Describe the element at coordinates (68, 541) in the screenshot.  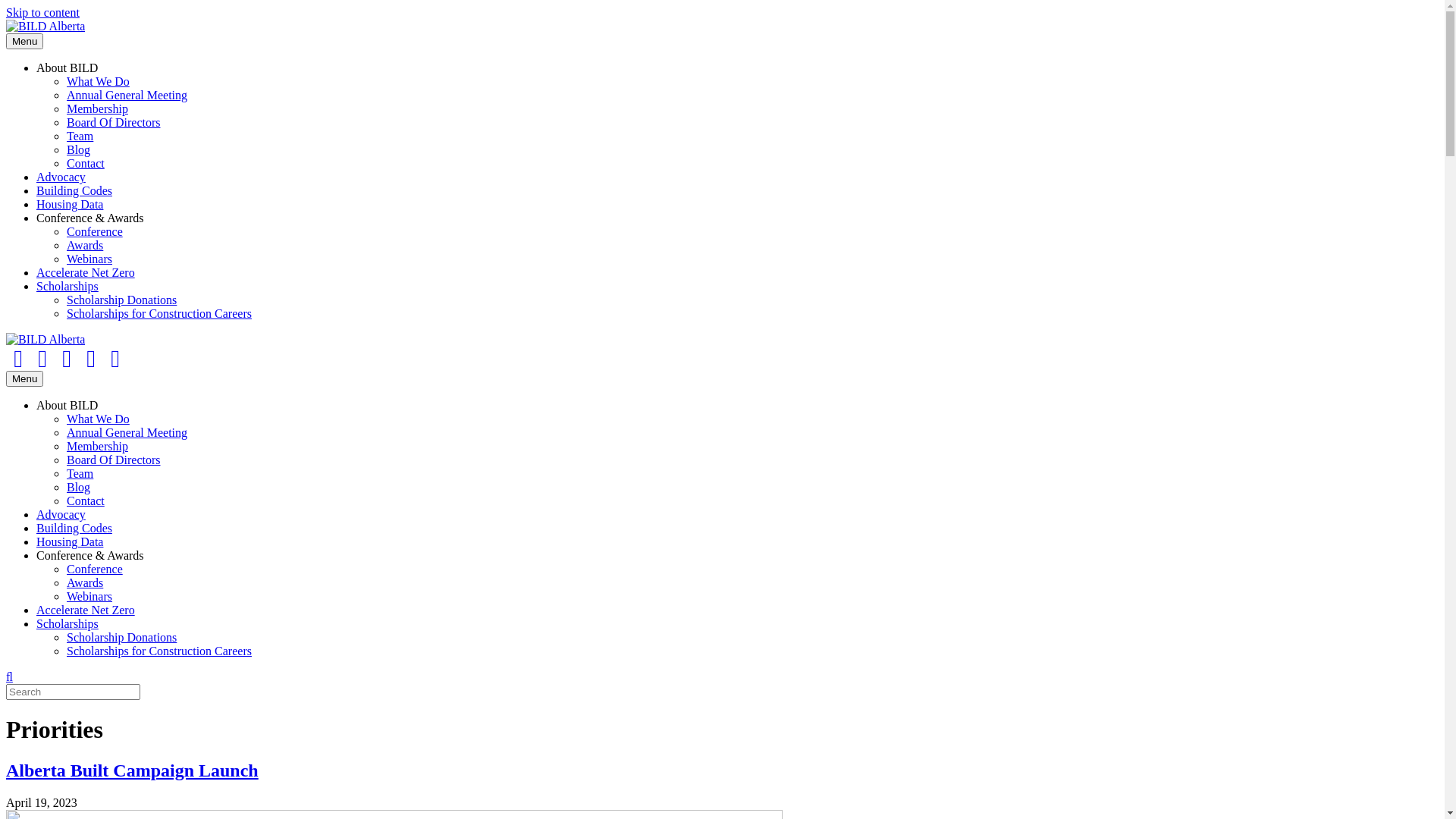
I see `'Housing Data'` at that location.